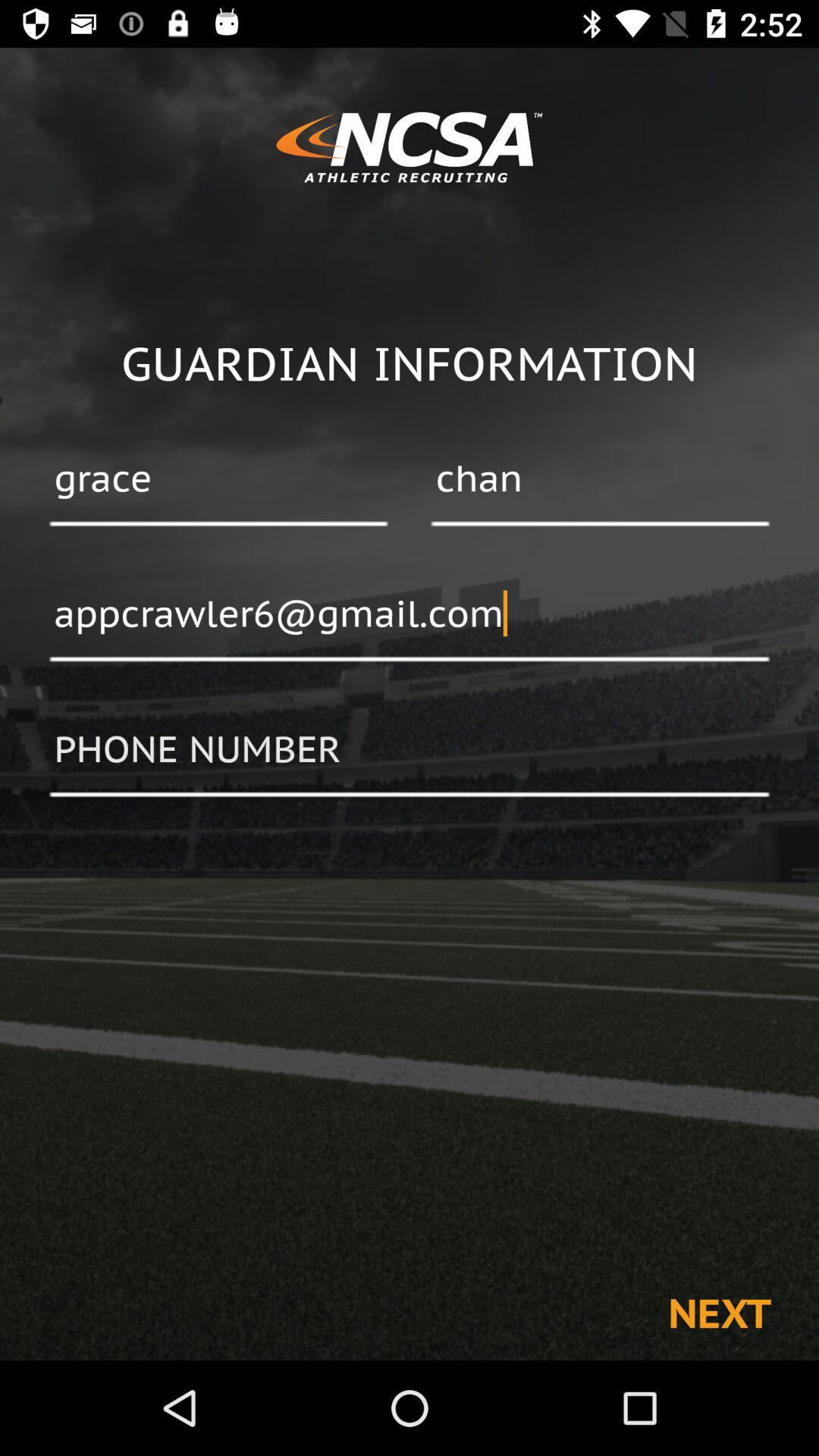 This screenshot has height=1456, width=819. What do you see at coordinates (218, 479) in the screenshot?
I see `item next to the chan icon` at bounding box center [218, 479].